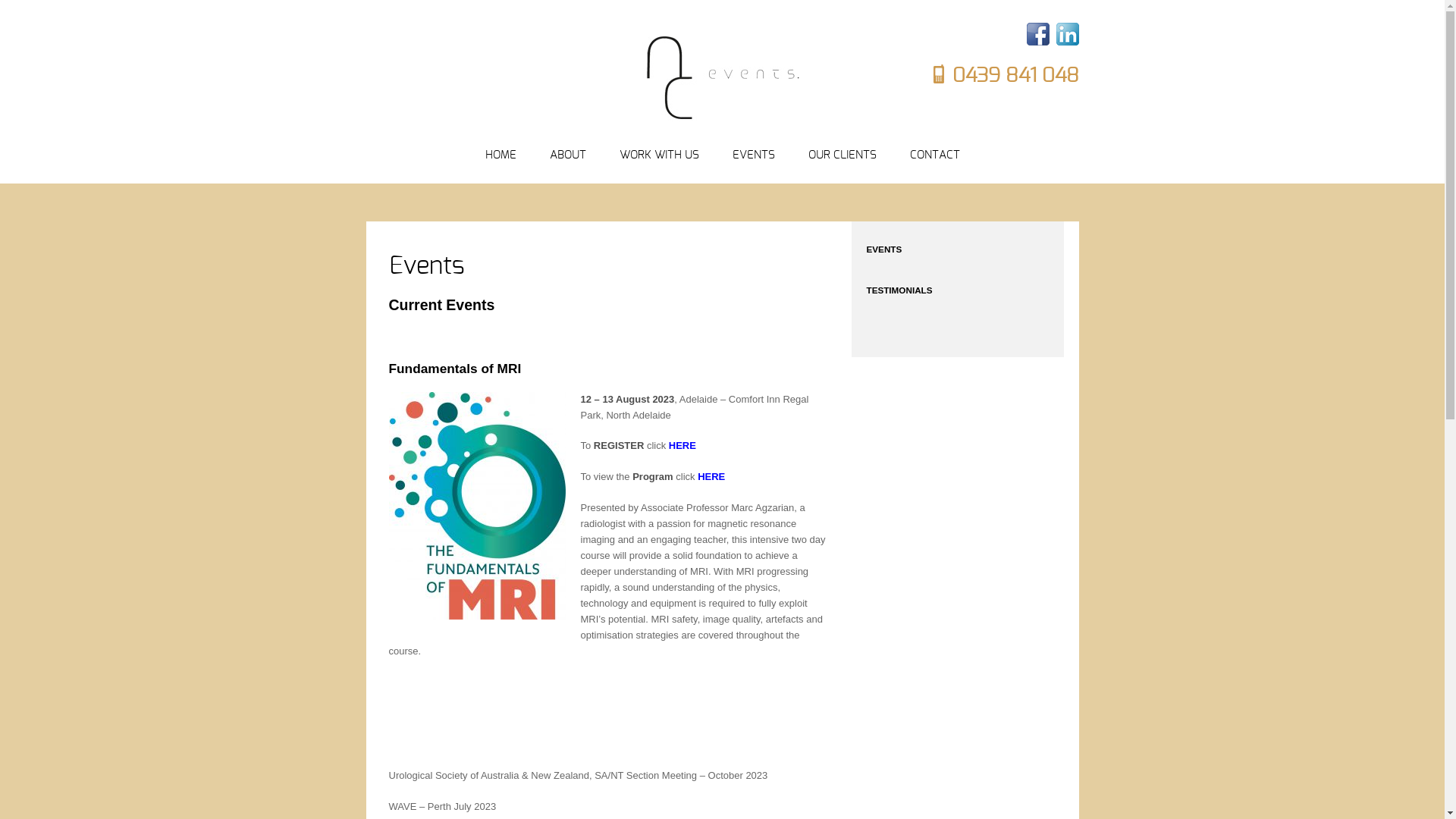  What do you see at coordinates (566, 155) in the screenshot?
I see `'ABOUT'` at bounding box center [566, 155].